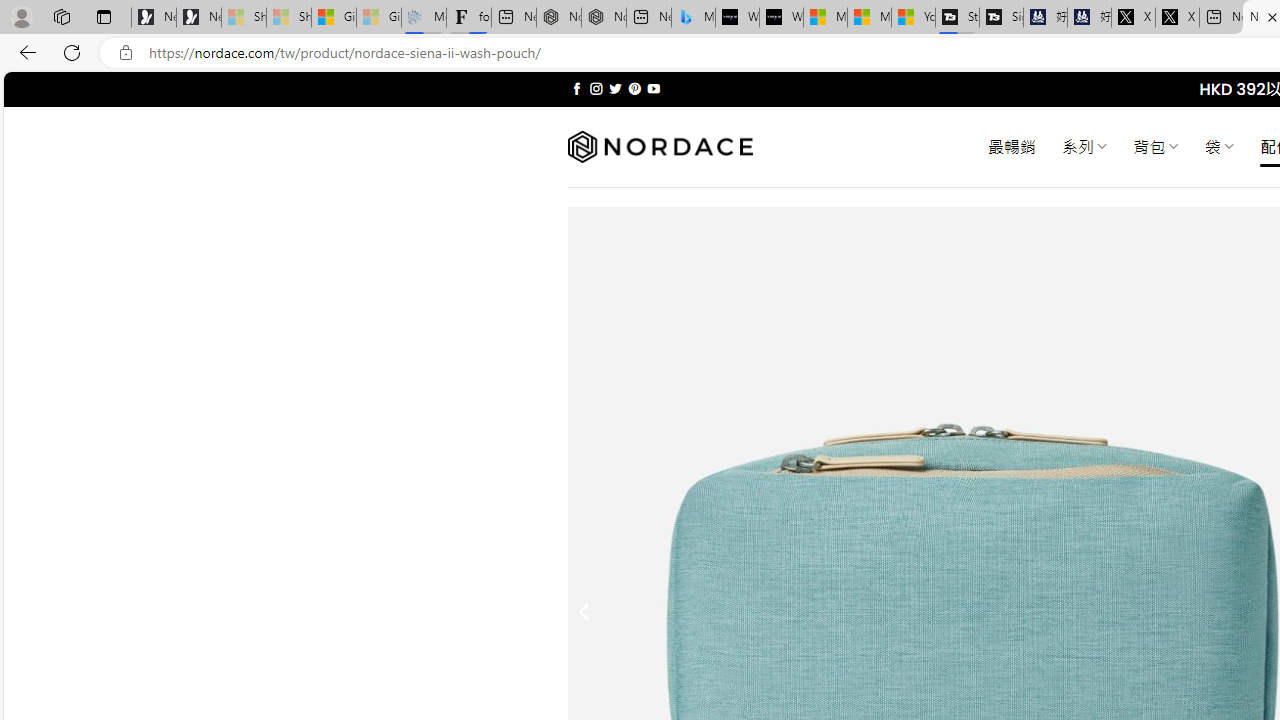  Describe the element at coordinates (576, 88) in the screenshot. I see `'Follow on Facebook'` at that location.